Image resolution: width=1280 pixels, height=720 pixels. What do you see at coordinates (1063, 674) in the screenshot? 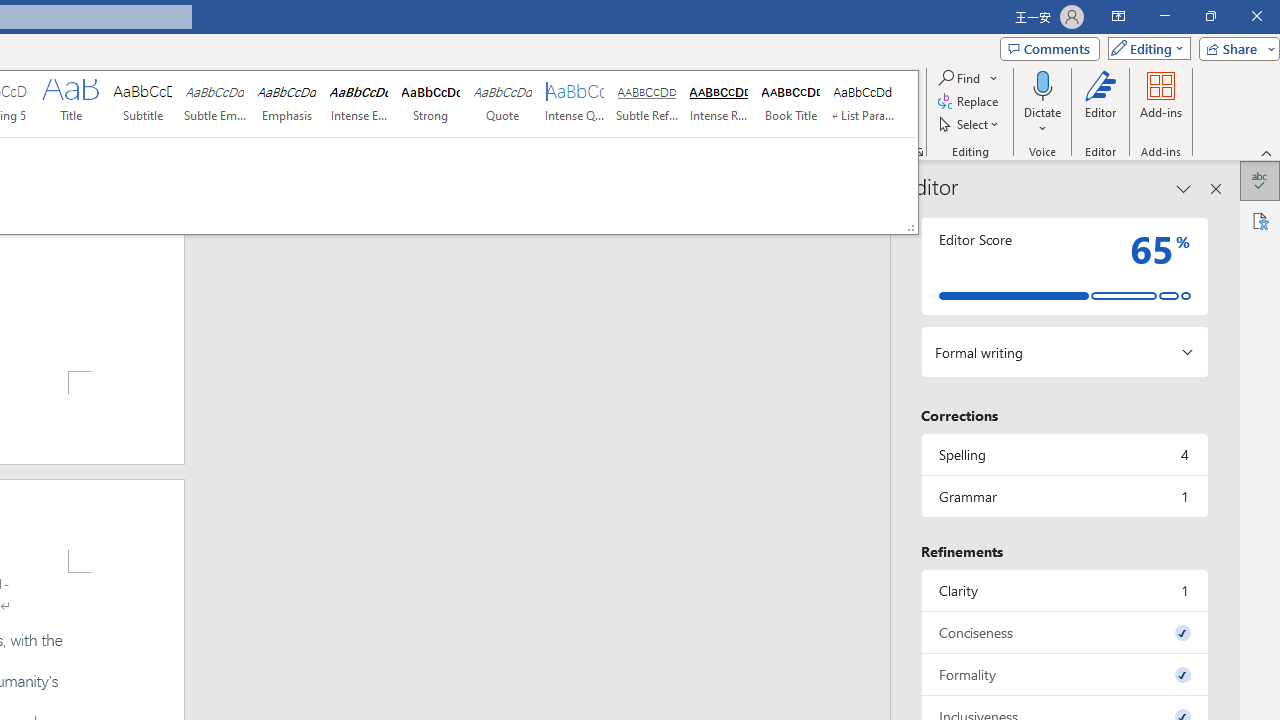
I see `'Formality, 0 issues. Press space or enter to review items.'` at bounding box center [1063, 674].